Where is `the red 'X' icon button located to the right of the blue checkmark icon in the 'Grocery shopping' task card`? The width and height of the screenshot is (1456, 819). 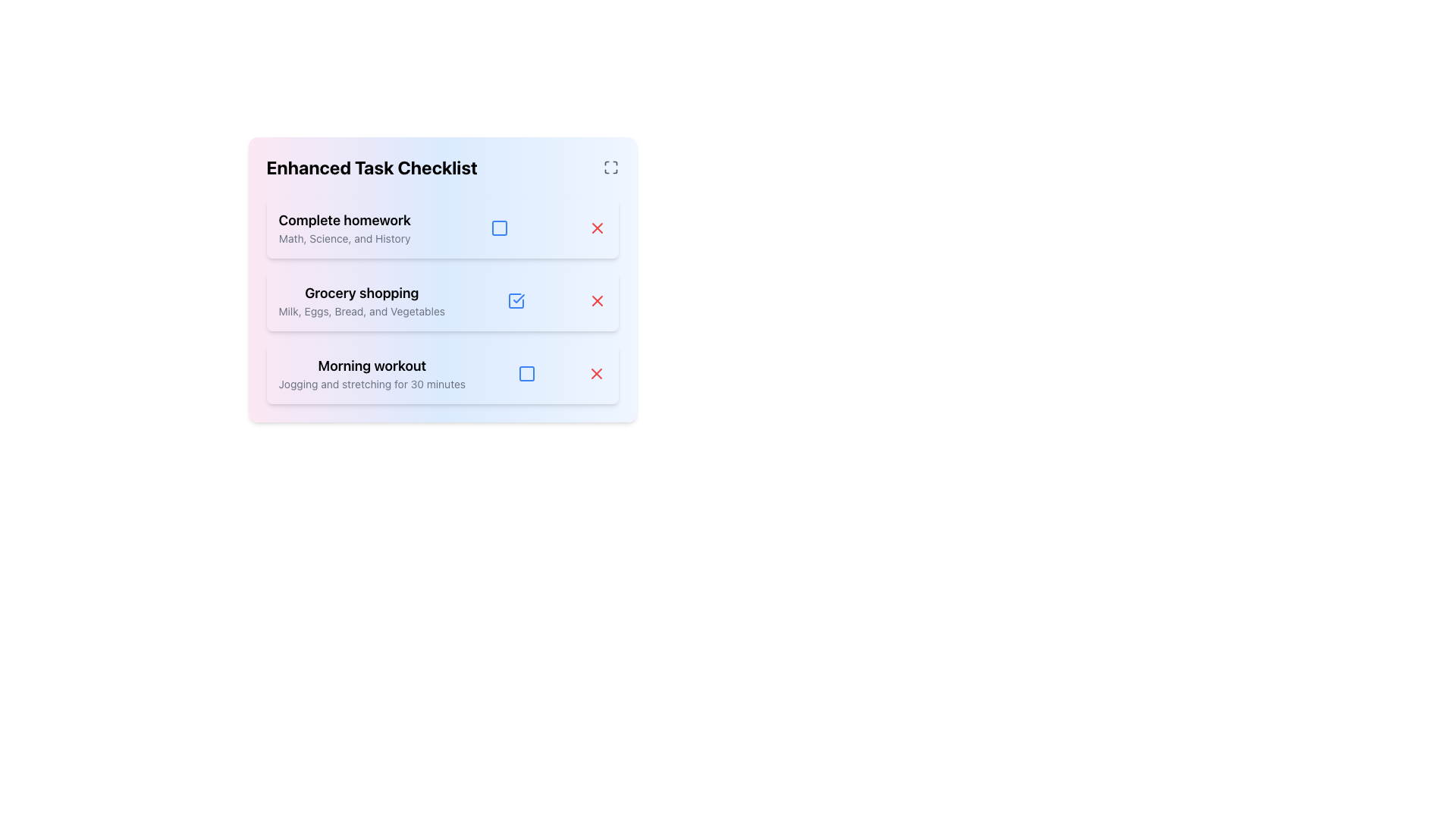 the red 'X' icon button located to the right of the blue checkmark icon in the 'Grocery shopping' task card is located at coordinates (596, 301).